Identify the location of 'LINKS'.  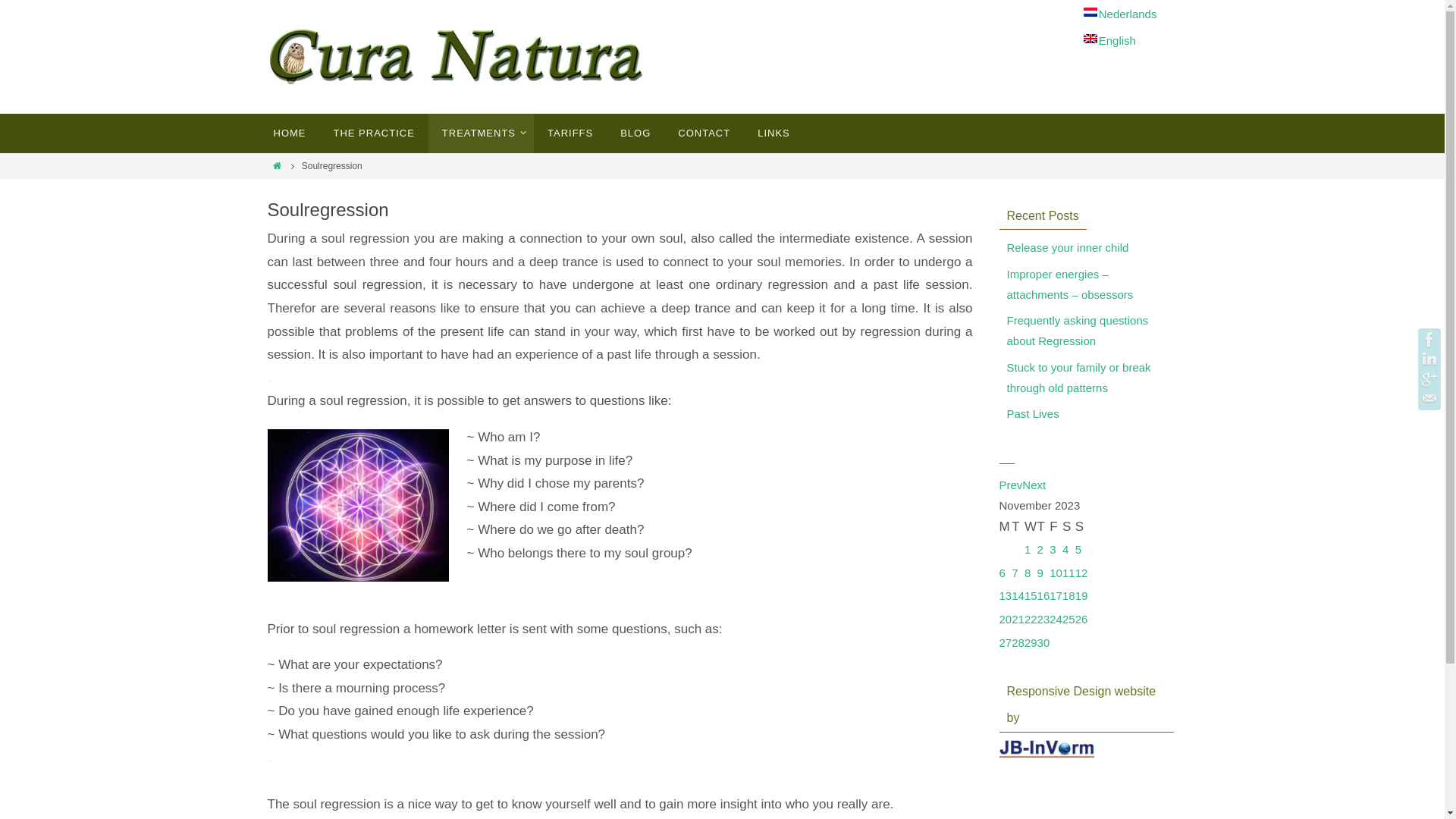
(773, 133).